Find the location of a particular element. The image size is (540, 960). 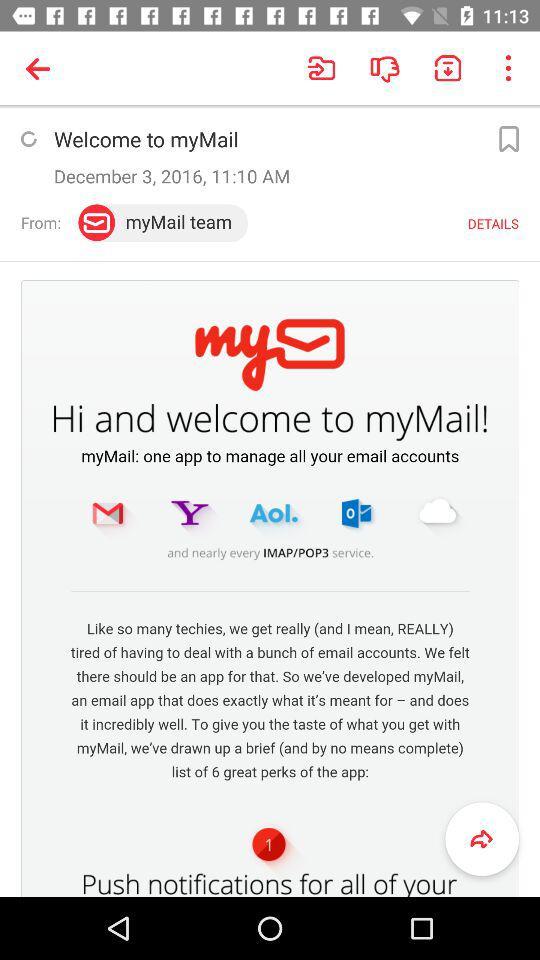

right arrow at the bottom is located at coordinates (481, 839).